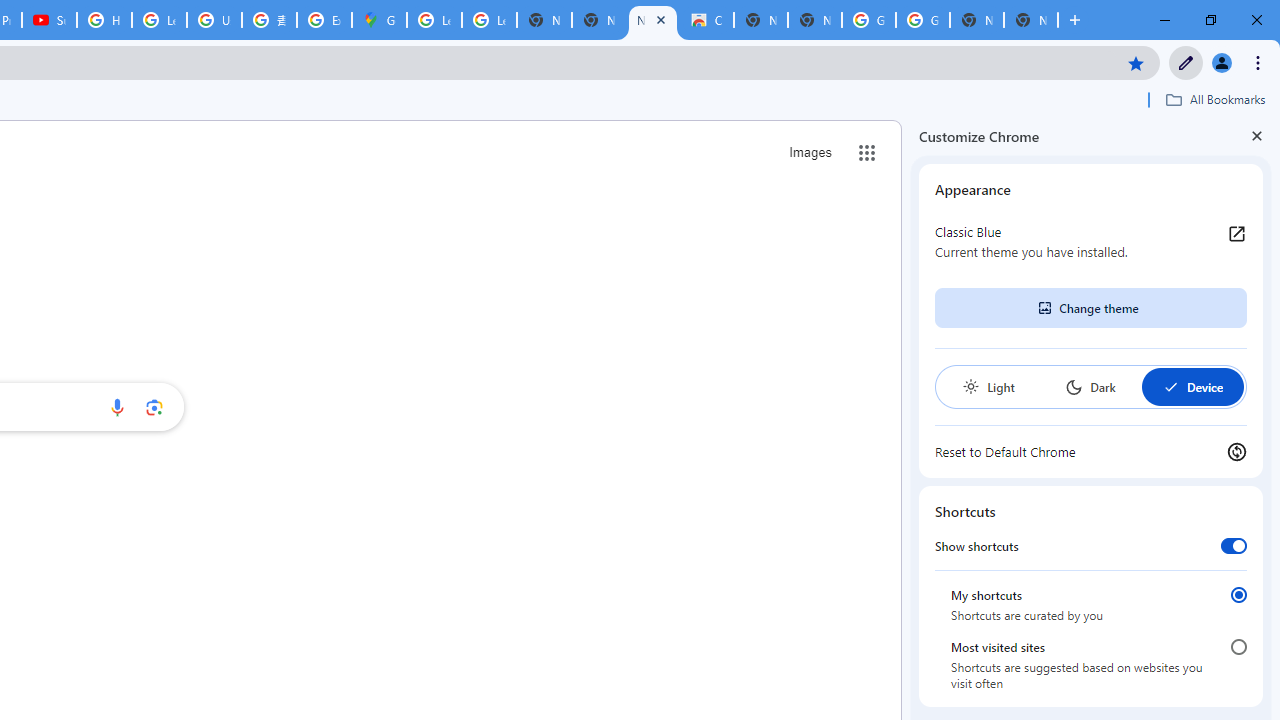 The image size is (1280, 720). Describe the element at coordinates (869, 20) in the screenshot. I see `'Google Images'` at that location.